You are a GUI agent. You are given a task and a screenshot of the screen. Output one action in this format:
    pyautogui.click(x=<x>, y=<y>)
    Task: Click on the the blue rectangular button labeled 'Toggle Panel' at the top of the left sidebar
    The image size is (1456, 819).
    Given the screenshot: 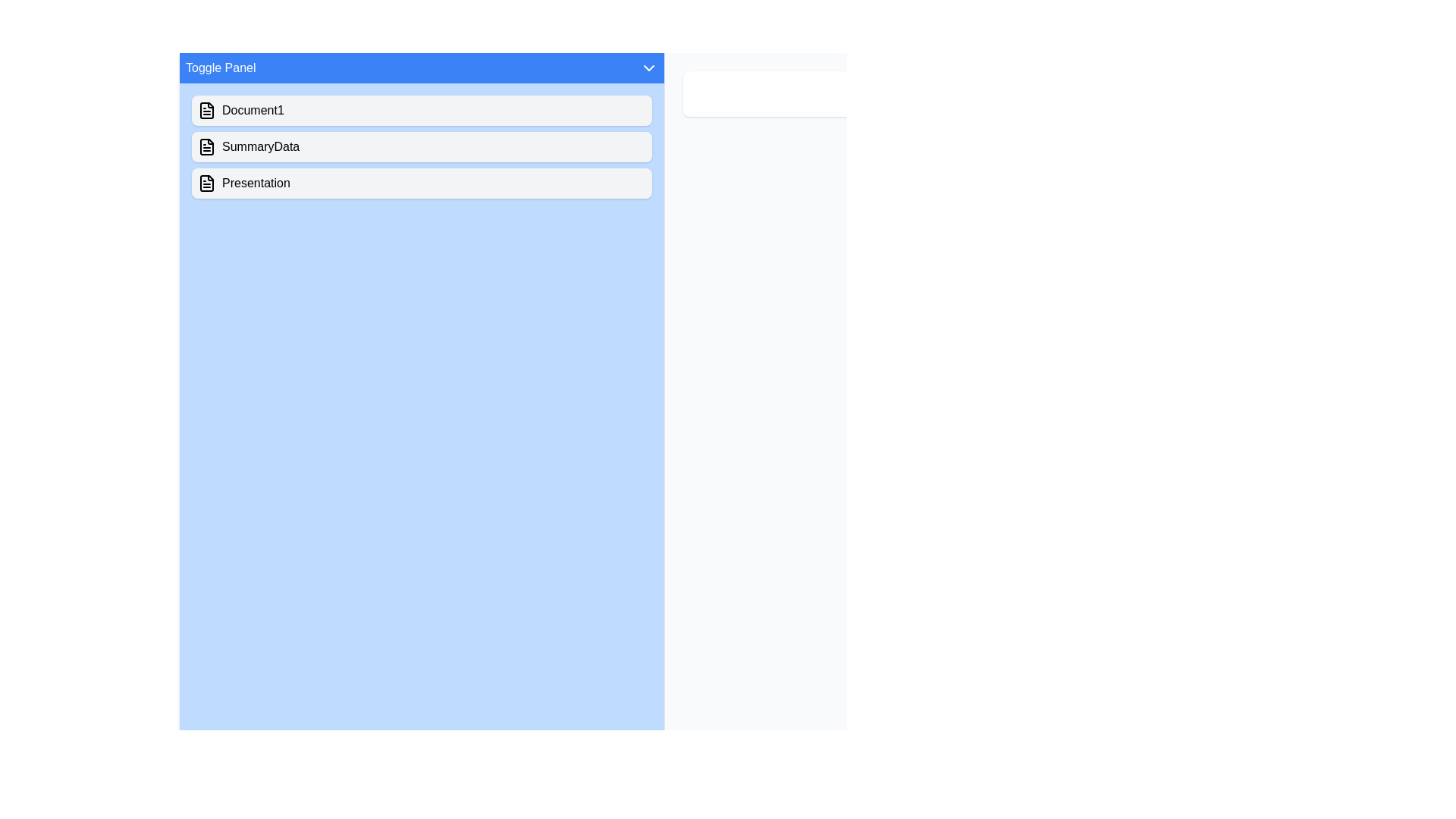 What is the action you would take?
    pyautogui.click(x=422, y=67)
    